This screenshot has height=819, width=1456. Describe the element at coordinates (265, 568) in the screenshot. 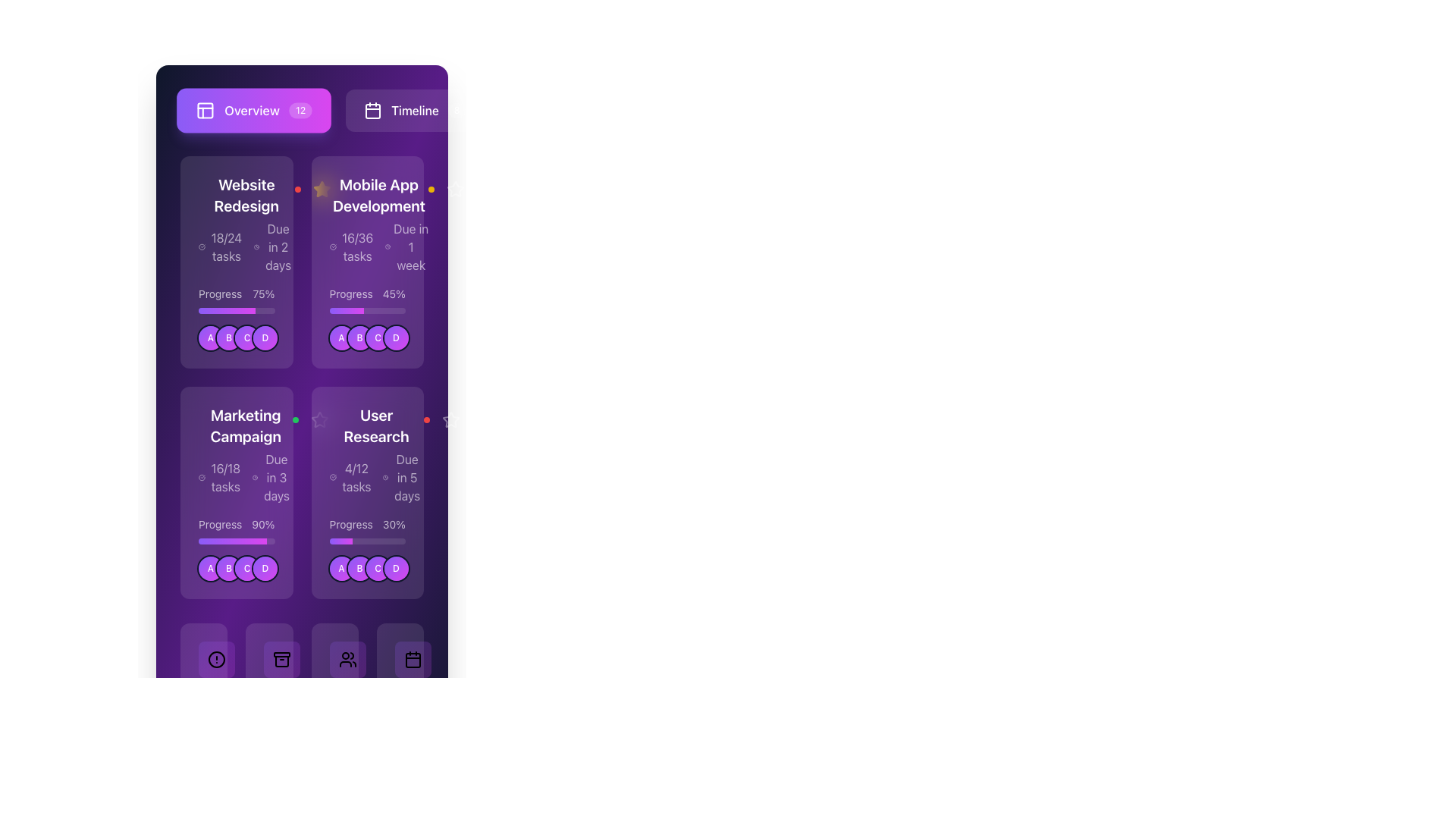

I see `the rightmost circular badge labeled 'D' in the row of badges below the 'Marketing Campaign' card` at that location.